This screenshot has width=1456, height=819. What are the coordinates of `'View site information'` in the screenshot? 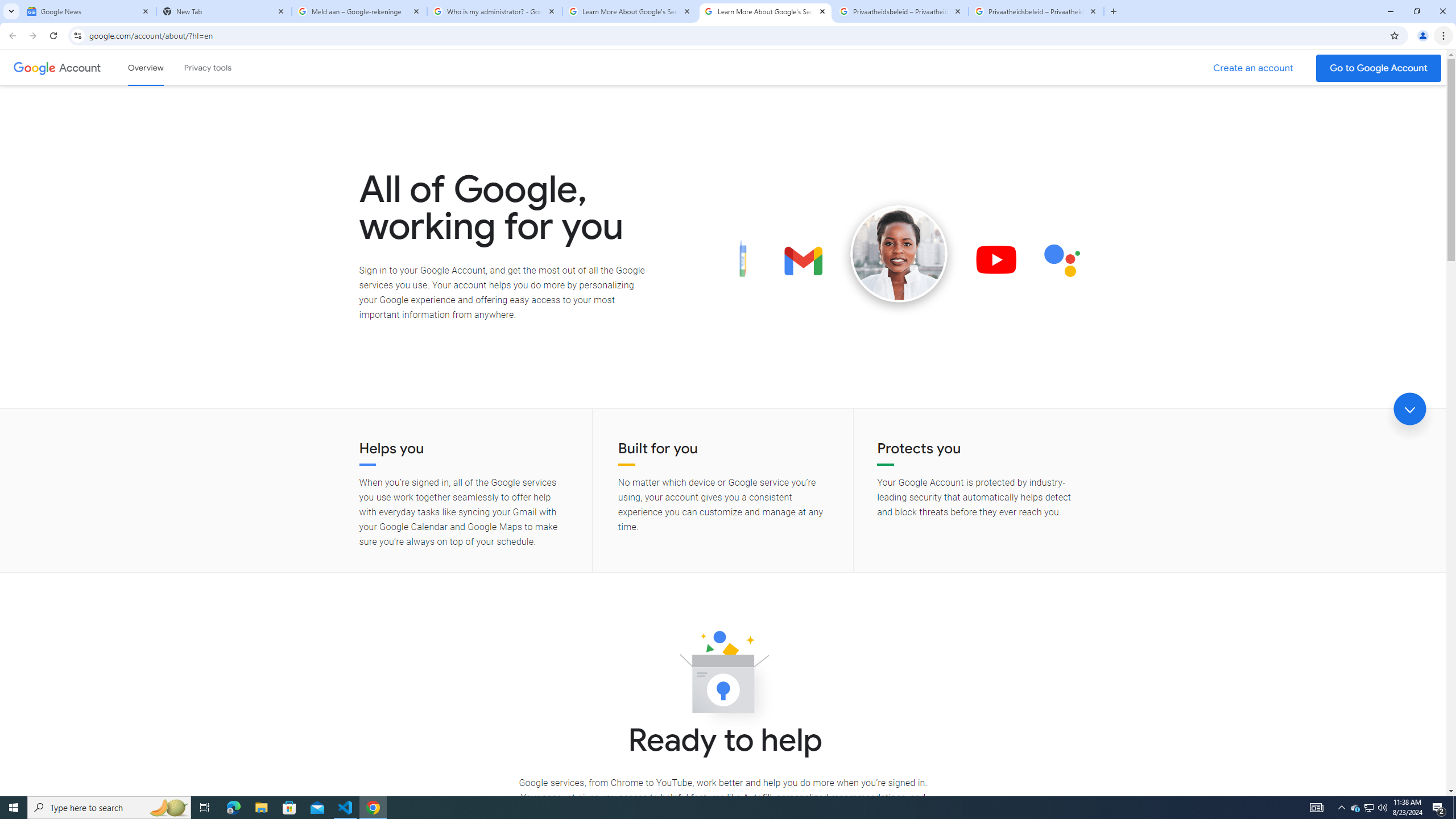 It's located at (77, 35).